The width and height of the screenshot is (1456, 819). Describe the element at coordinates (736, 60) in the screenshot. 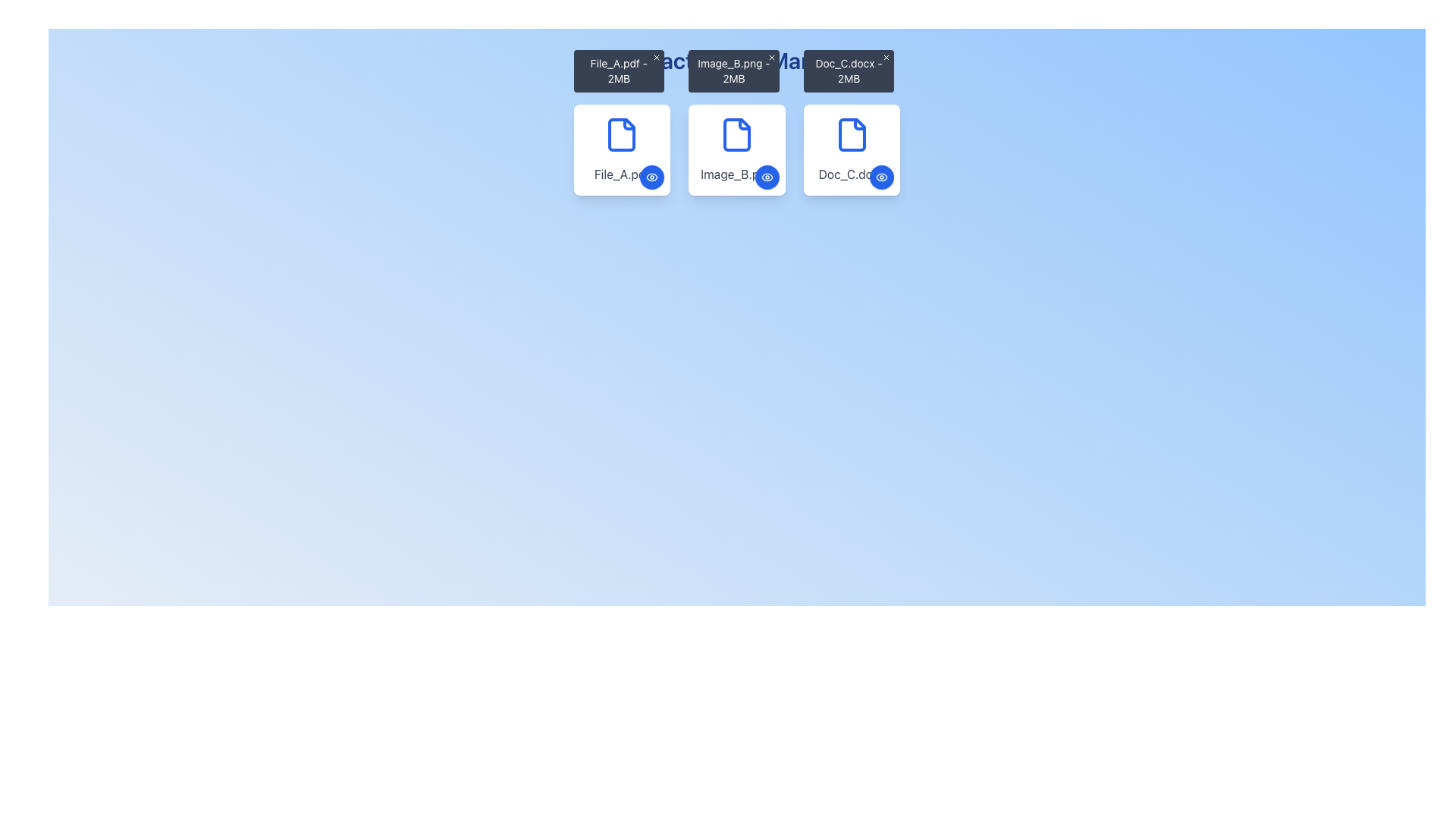

I see `text label at the top-center of the application interface, which indicates the purpose of the interactive file manager section` at that location.